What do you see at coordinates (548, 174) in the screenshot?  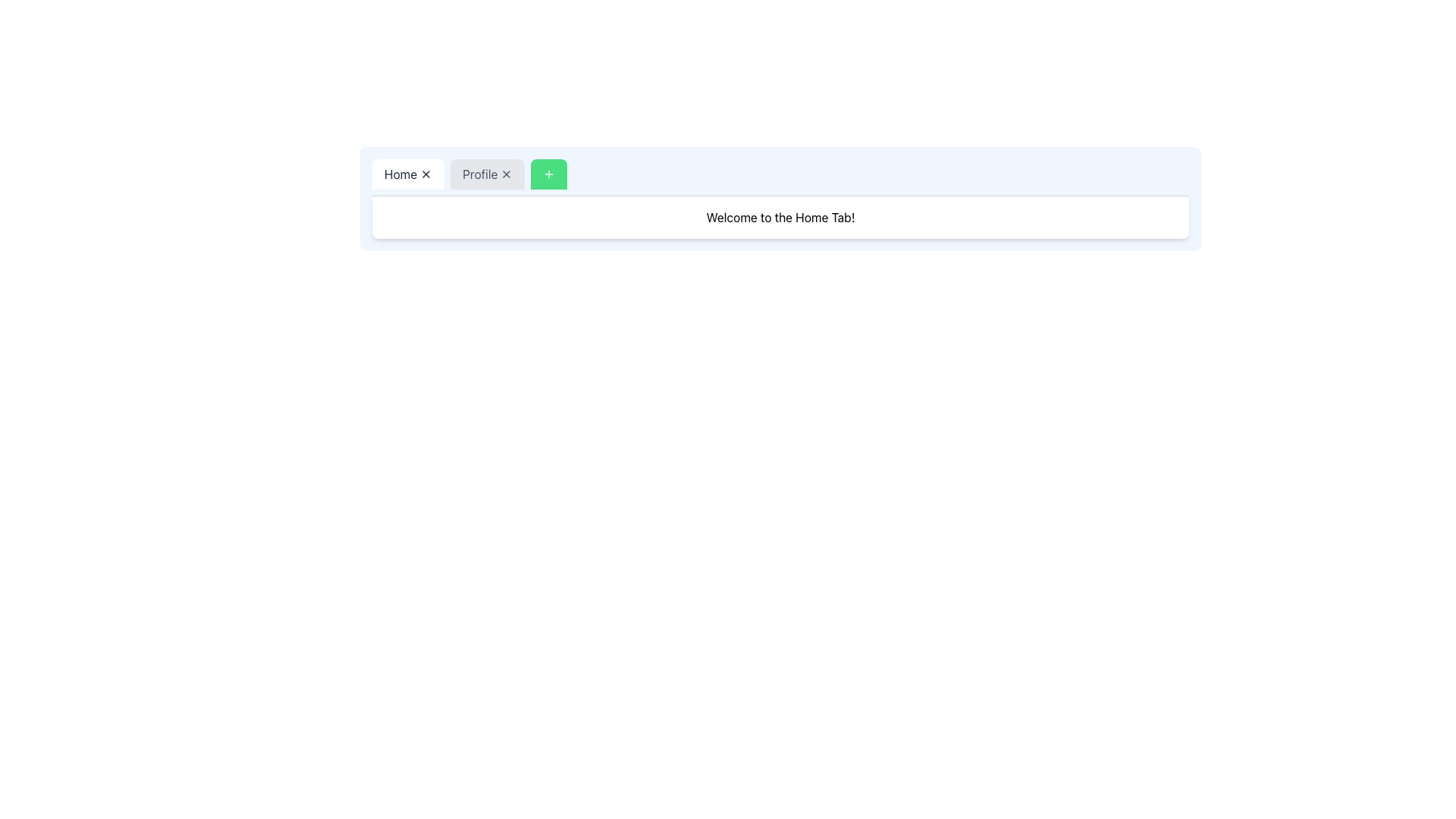 I see `the compact circular icon with a green background and white stroke plus sign, located to the right of the 'Profile' tab in the top navigation bar` at bounding box center [548, 174].